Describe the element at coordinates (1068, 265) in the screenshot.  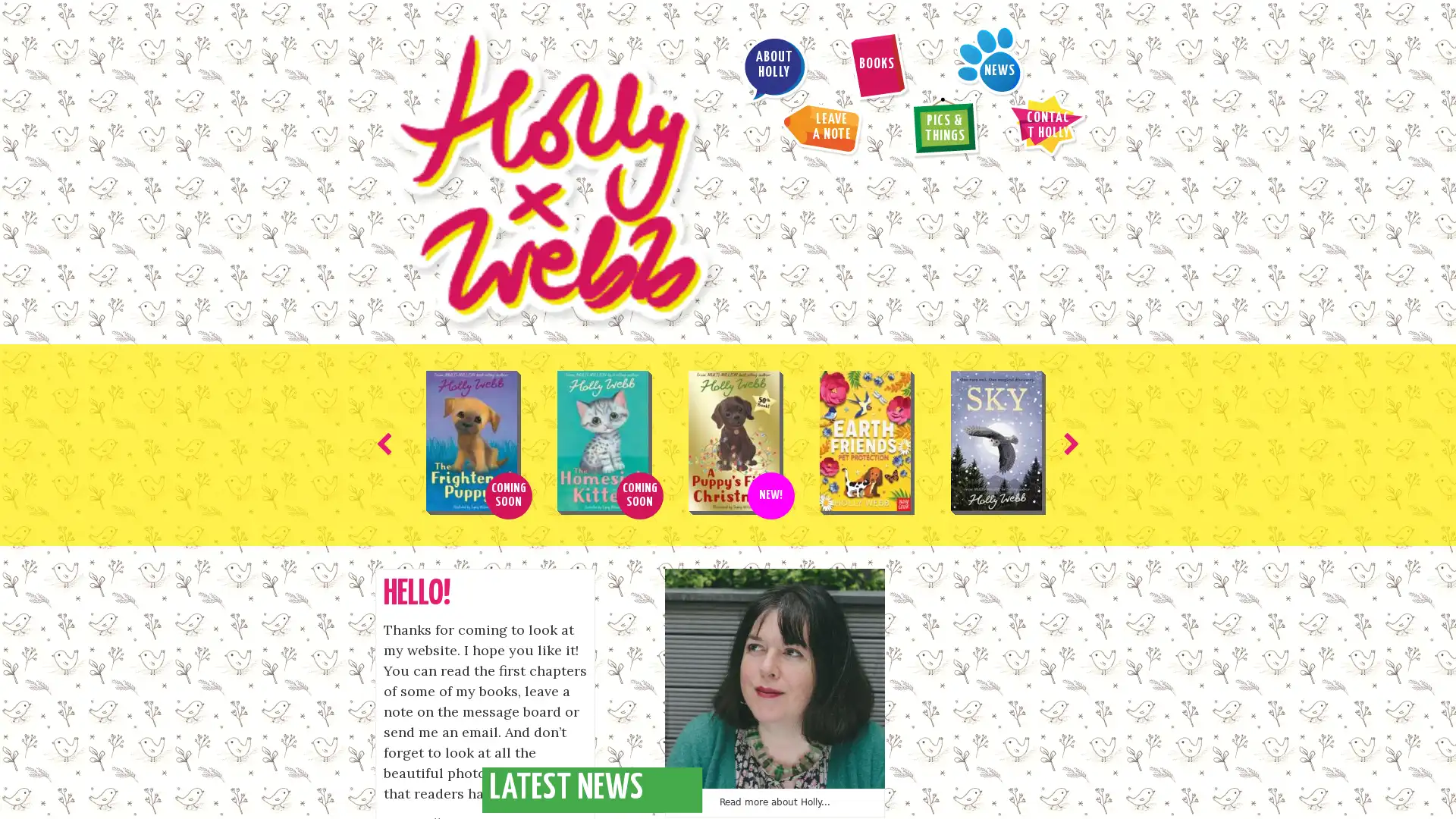
I see `Next` at that location.